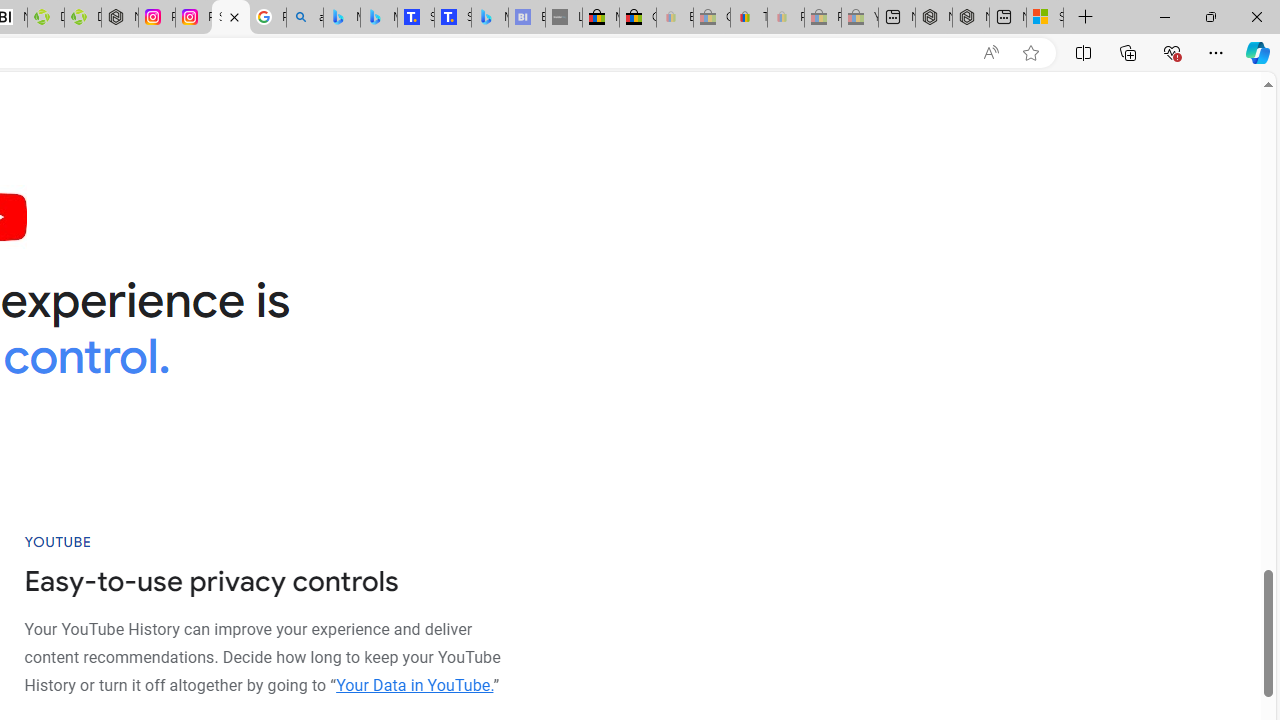 The width and height of the screenshot is (1280, 720). I want to click on 'Microsoft Bing Travel - Shangri-La Hotel Bangkok', so click(490, 17).